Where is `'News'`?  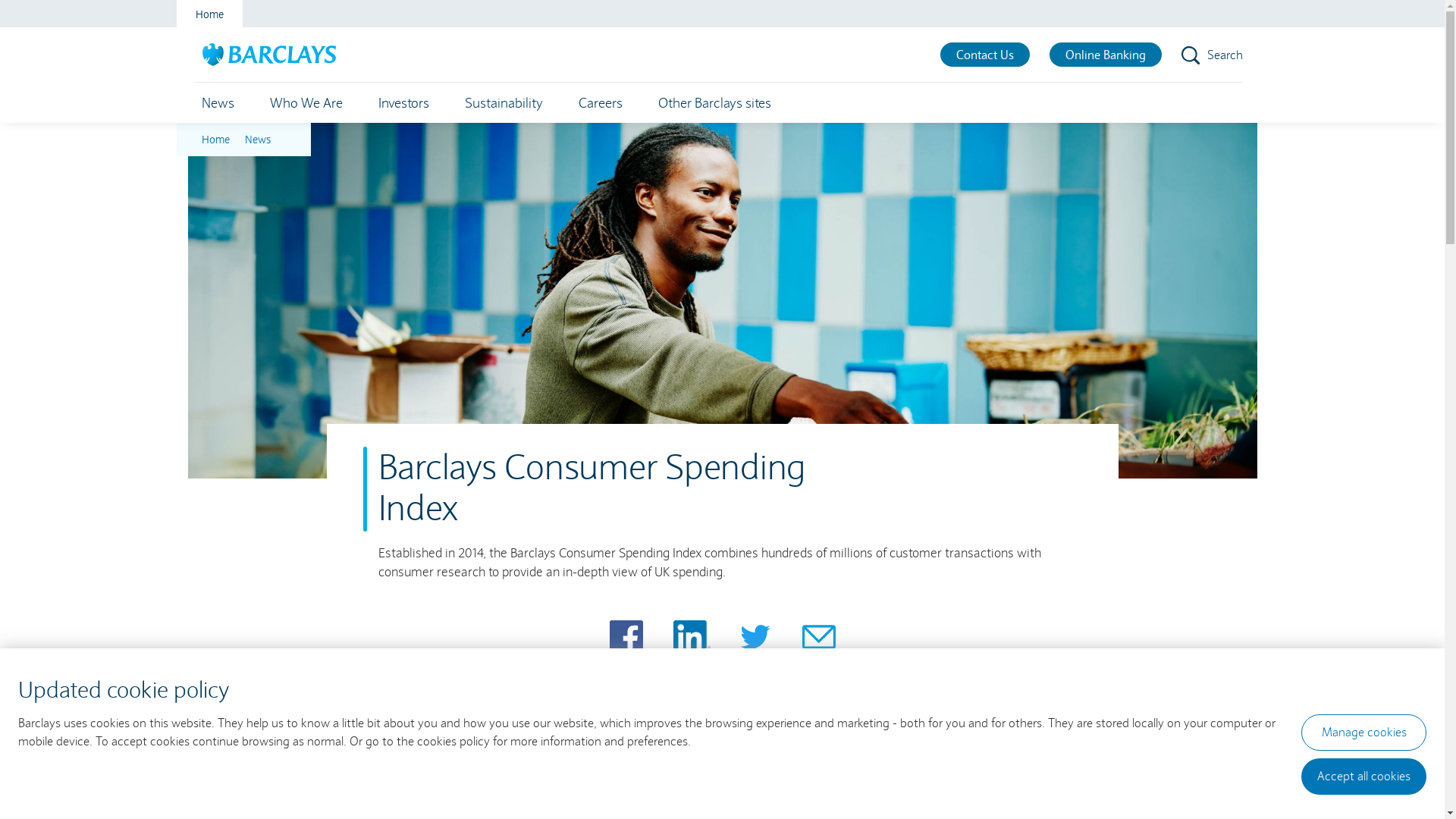
'News' is located at coordinates (217, 102).